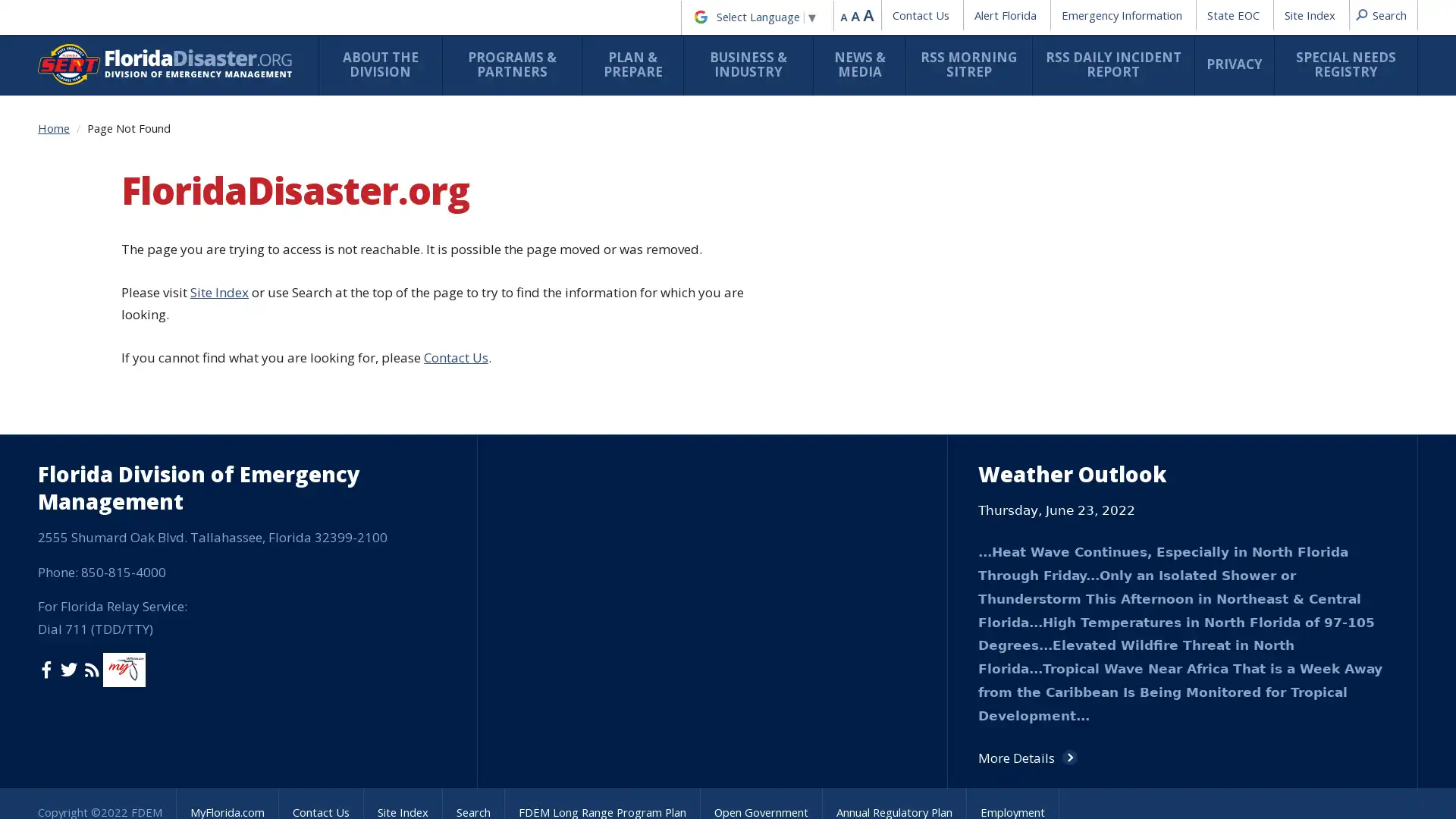 This screenshot has height=819, width=1456. What do you see at coordinates (607, 159) in the screenshot?
I see `Toggle More` at bounding box center [607, 159].